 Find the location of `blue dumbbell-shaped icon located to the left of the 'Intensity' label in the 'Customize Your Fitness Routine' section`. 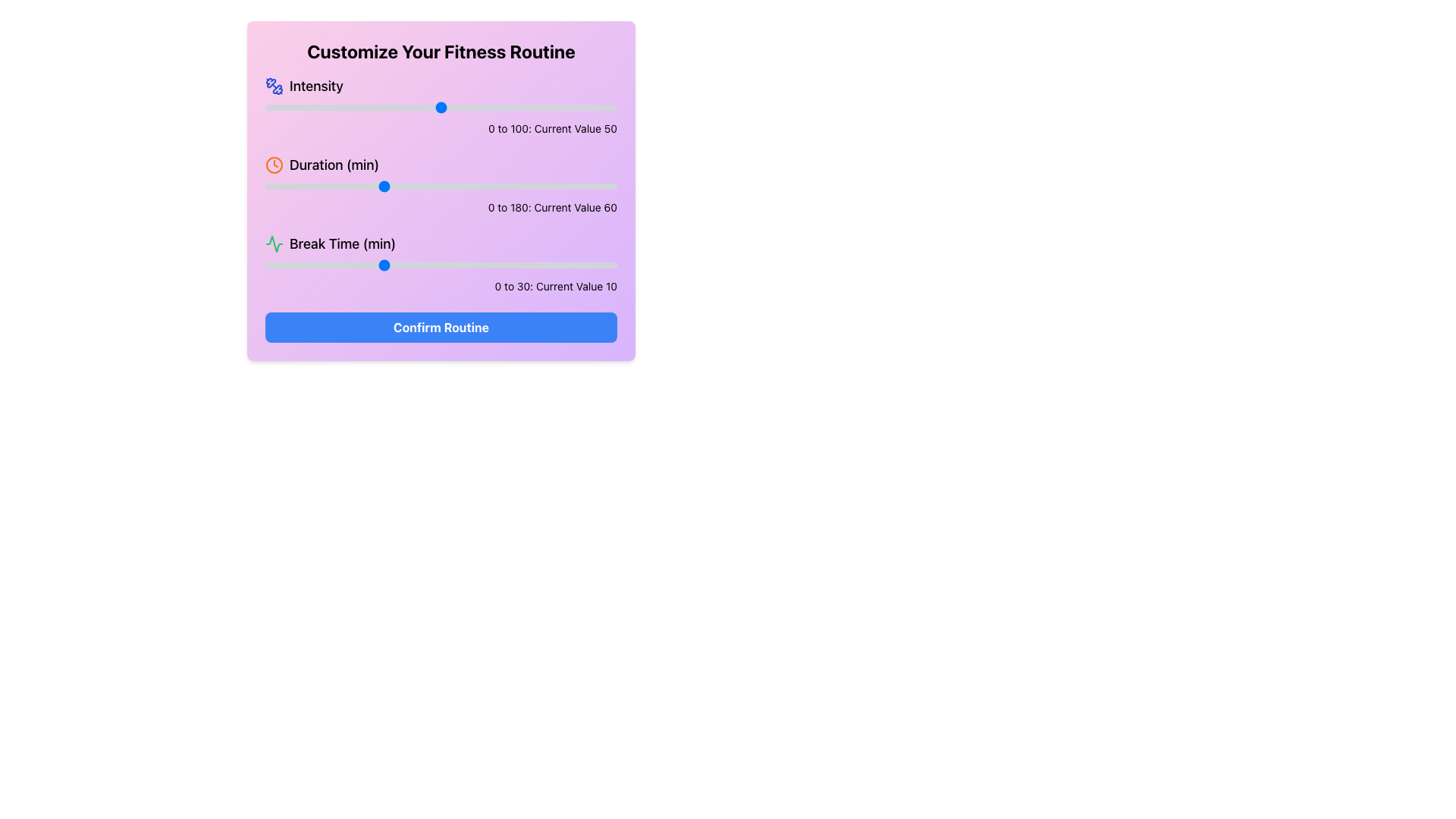

blue dumbbell-shaped icon located to the left of the 'Intensity' label in the 'Customize Your Fitness Routine' section is located at coordinates (274, 86).